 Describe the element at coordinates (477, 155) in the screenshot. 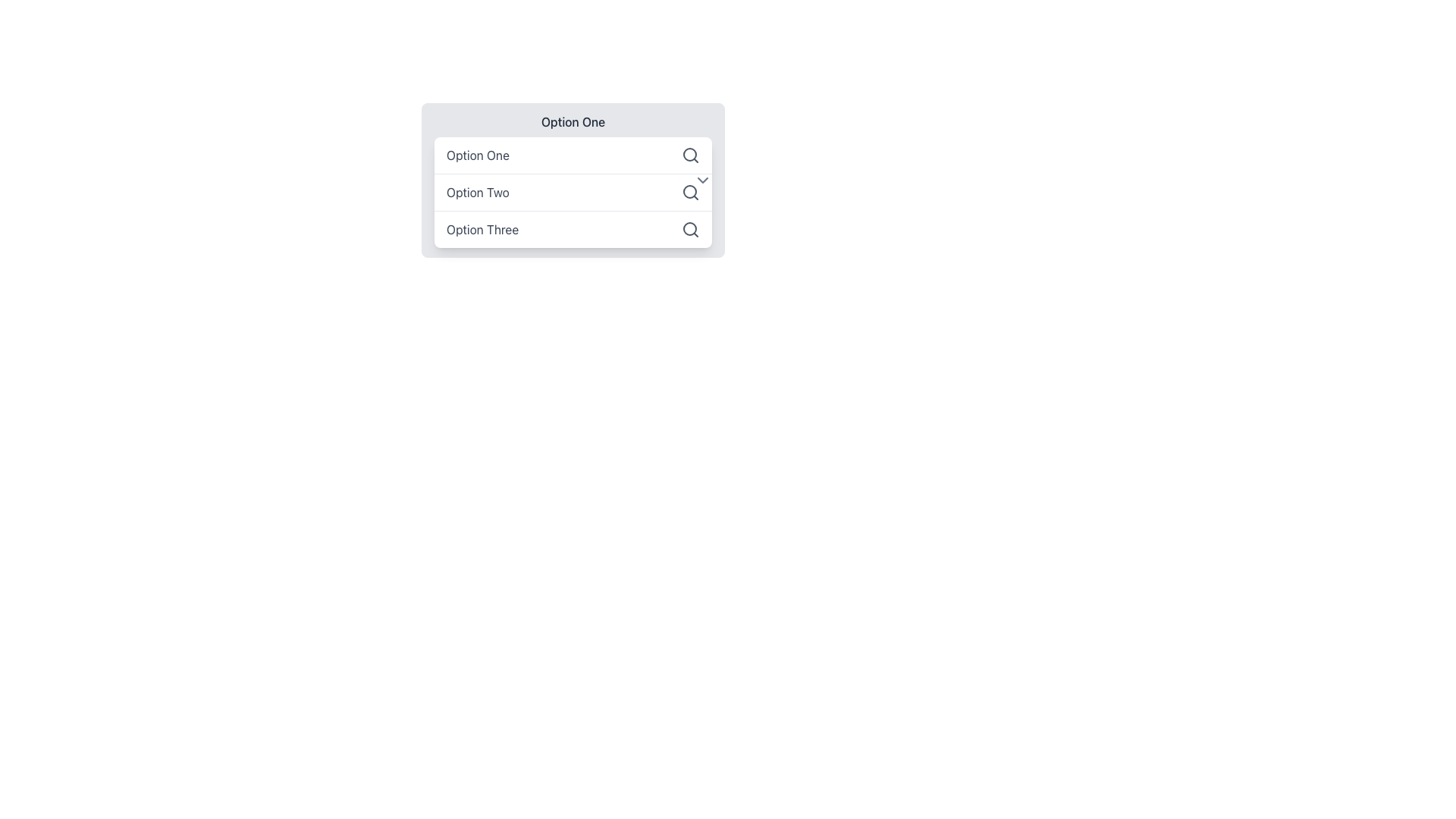

I see `text content of the label displaying 'Option One' in the first menu item of the dropdown list` at that location.